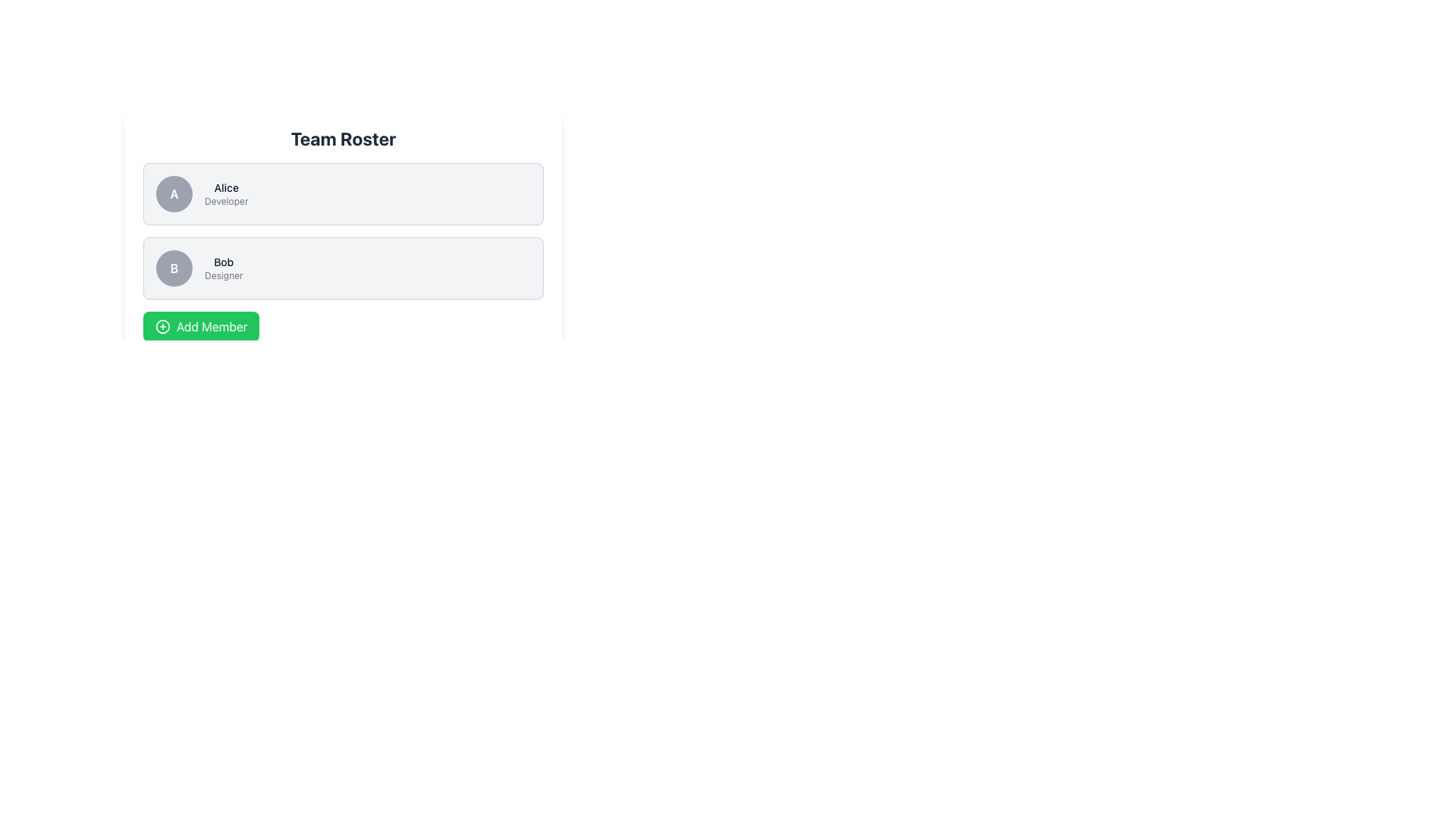  What do you see at coordinates (163, 326) in the screenshot?
I see `the small circle icon located at the left end of the green 'Add Member' button, which is positioned below the user entries 'Alice Developer' and 'Bob Designer'` at bounding box center [163, 326].